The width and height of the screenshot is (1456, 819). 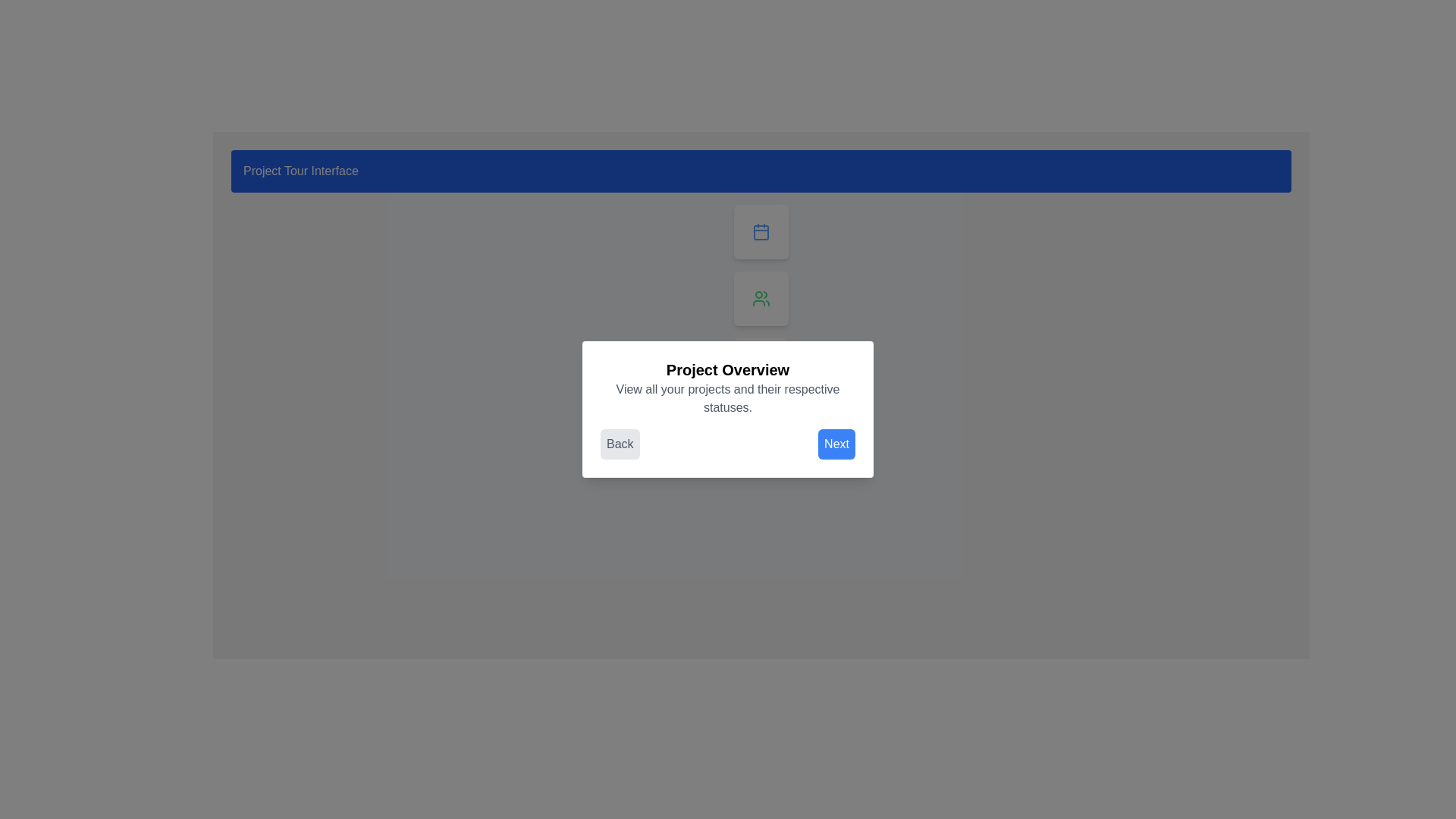 I want to click on the static text element labeled 'Project Overview', which is styled as a title in a bold and extra-large font at the top of a white rounded rectangular dialog box, so click(x=728, y=370).